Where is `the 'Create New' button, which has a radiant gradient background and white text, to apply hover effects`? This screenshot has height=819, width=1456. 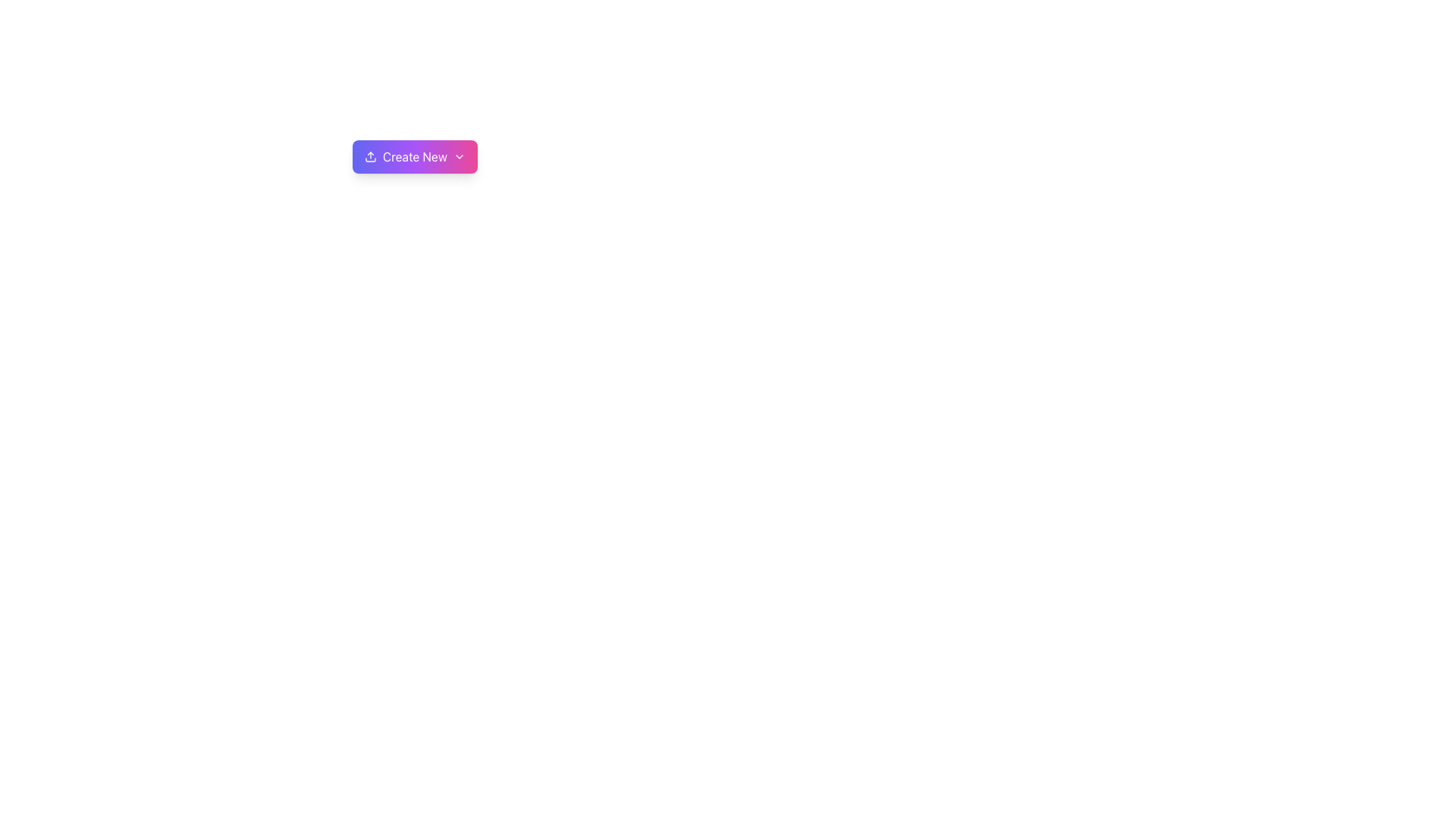
the 'Create New' button, which has a radiant gradient background and white text, to apply hover effects is located at coordinates (415, 157).